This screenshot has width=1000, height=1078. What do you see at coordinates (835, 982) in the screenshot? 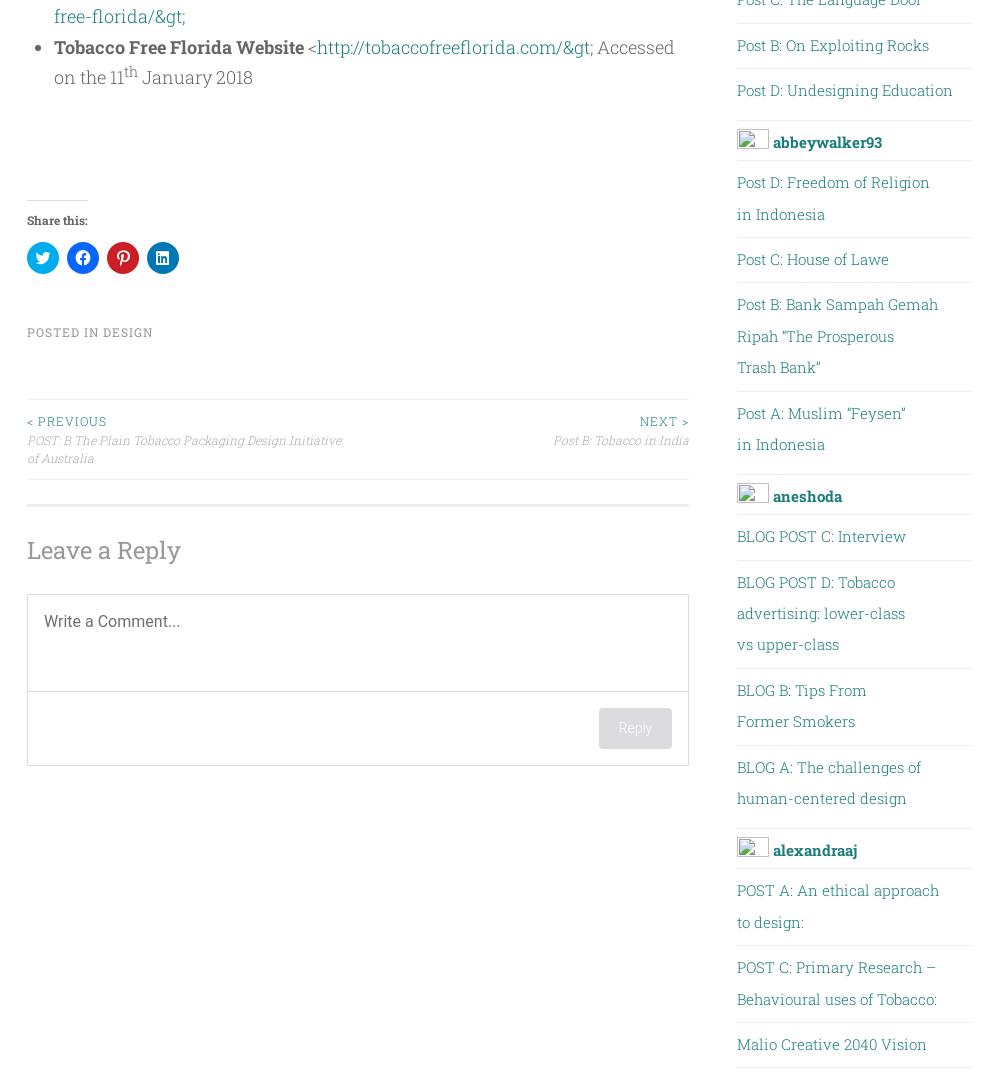
I see `'POST C: Primary Research – Behavioural uses of Tobacco:'` at bounding box center [835, 982].